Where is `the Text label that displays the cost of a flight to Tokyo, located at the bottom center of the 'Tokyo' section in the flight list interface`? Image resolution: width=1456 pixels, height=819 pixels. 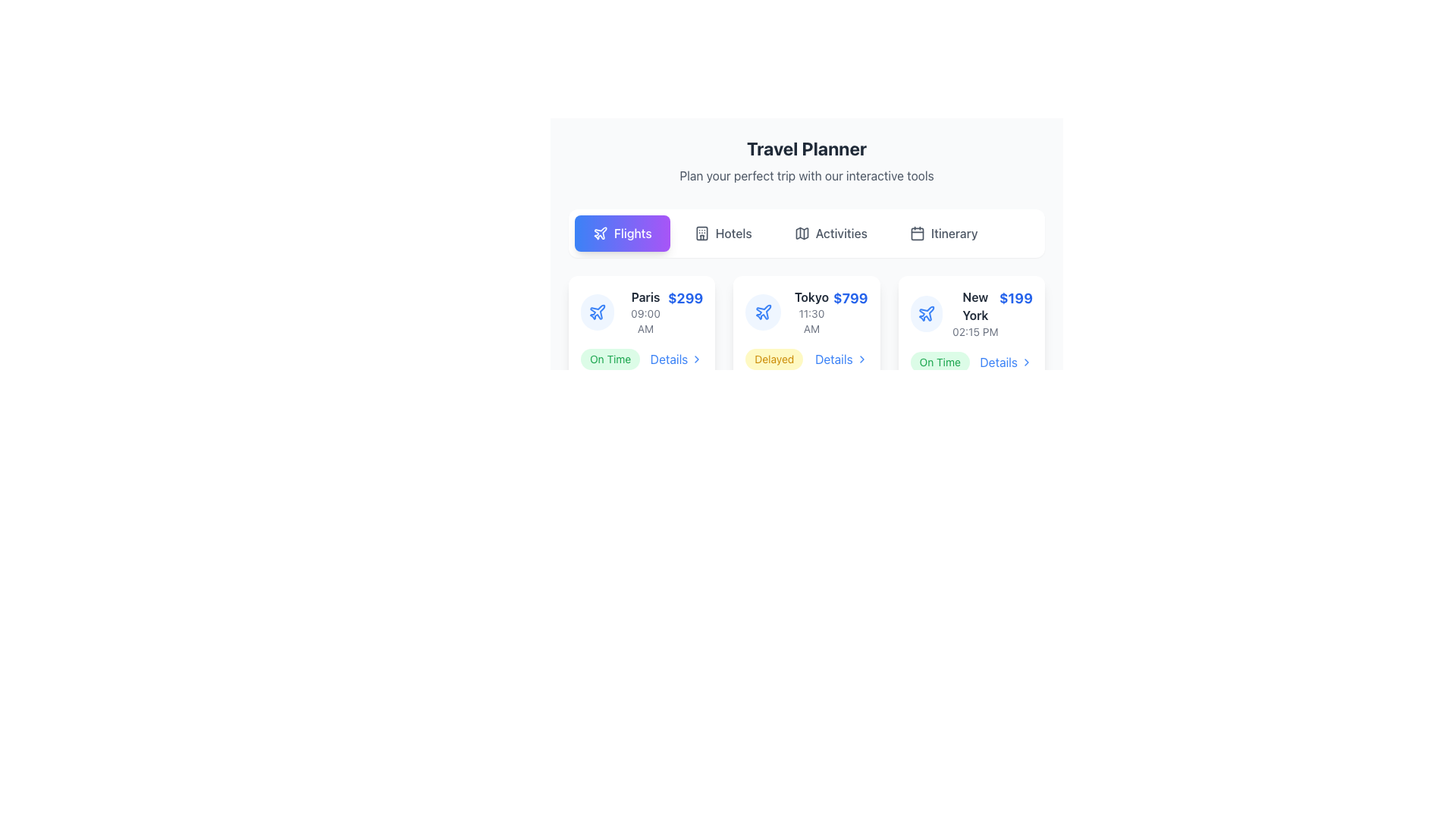
the Text label that displays the cost of a flight to Tokyo, located at the bottom center of the 'Tokyo' section in the flight list interface is located at coordinates (850, 298).